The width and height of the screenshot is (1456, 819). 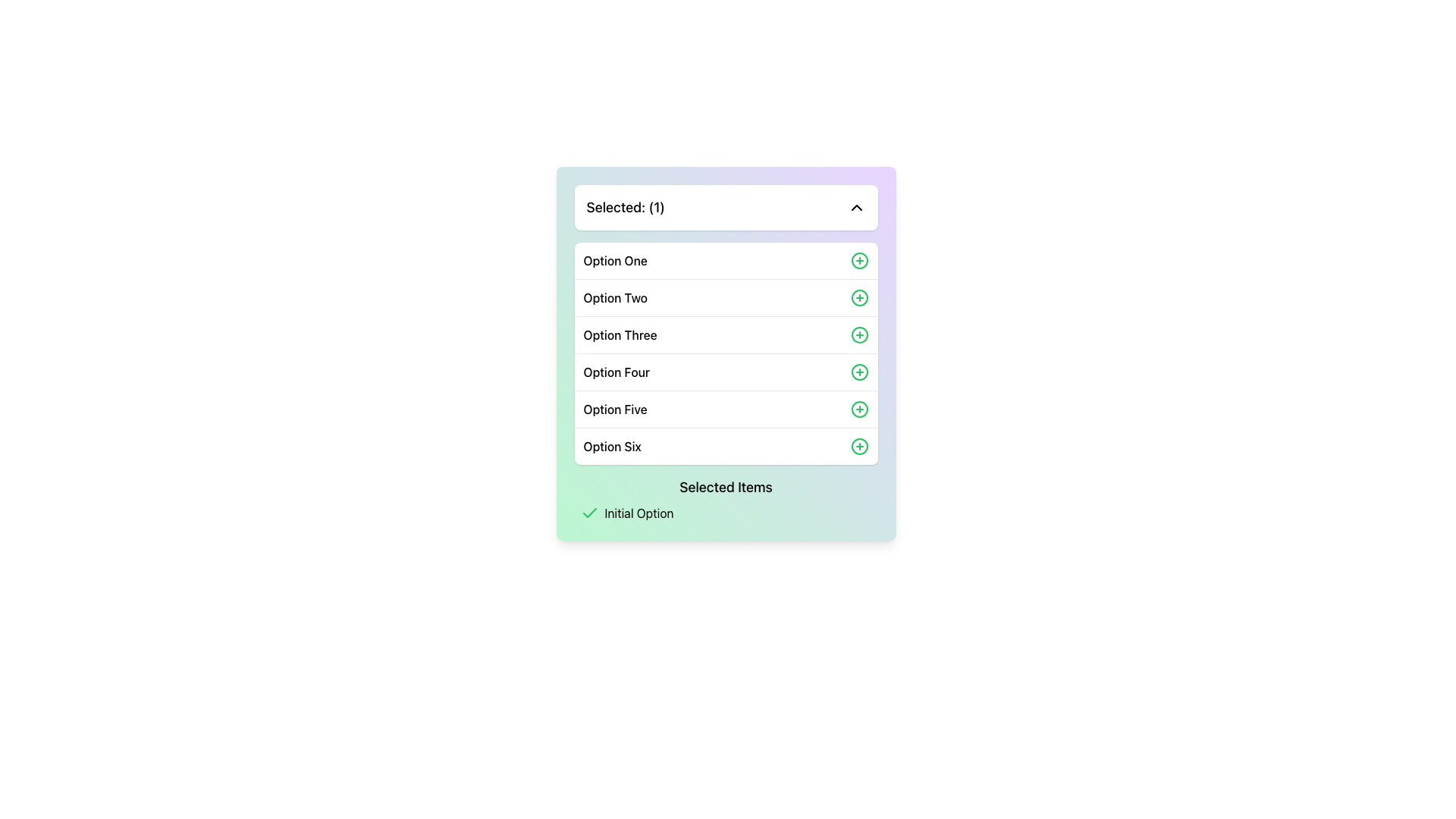 I want to click on the green-bordered circular icon with a plus sign (+) located to the far right of 'Option Three' in the third row of the vertically stacked list, so click(x=859, y=334).